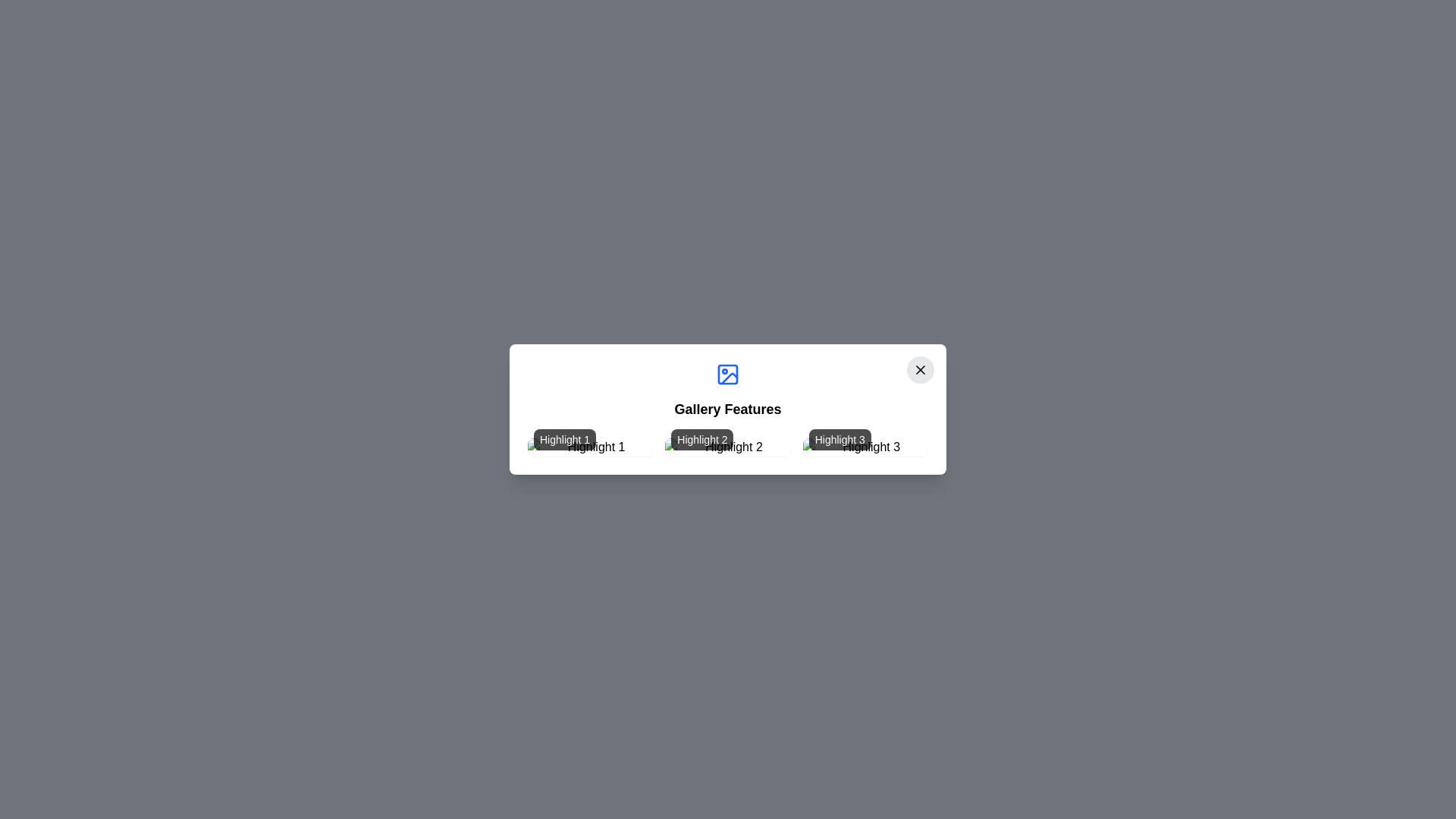  I want to click on the image labeled Highlight 1 to view its details, so click(589, 447).